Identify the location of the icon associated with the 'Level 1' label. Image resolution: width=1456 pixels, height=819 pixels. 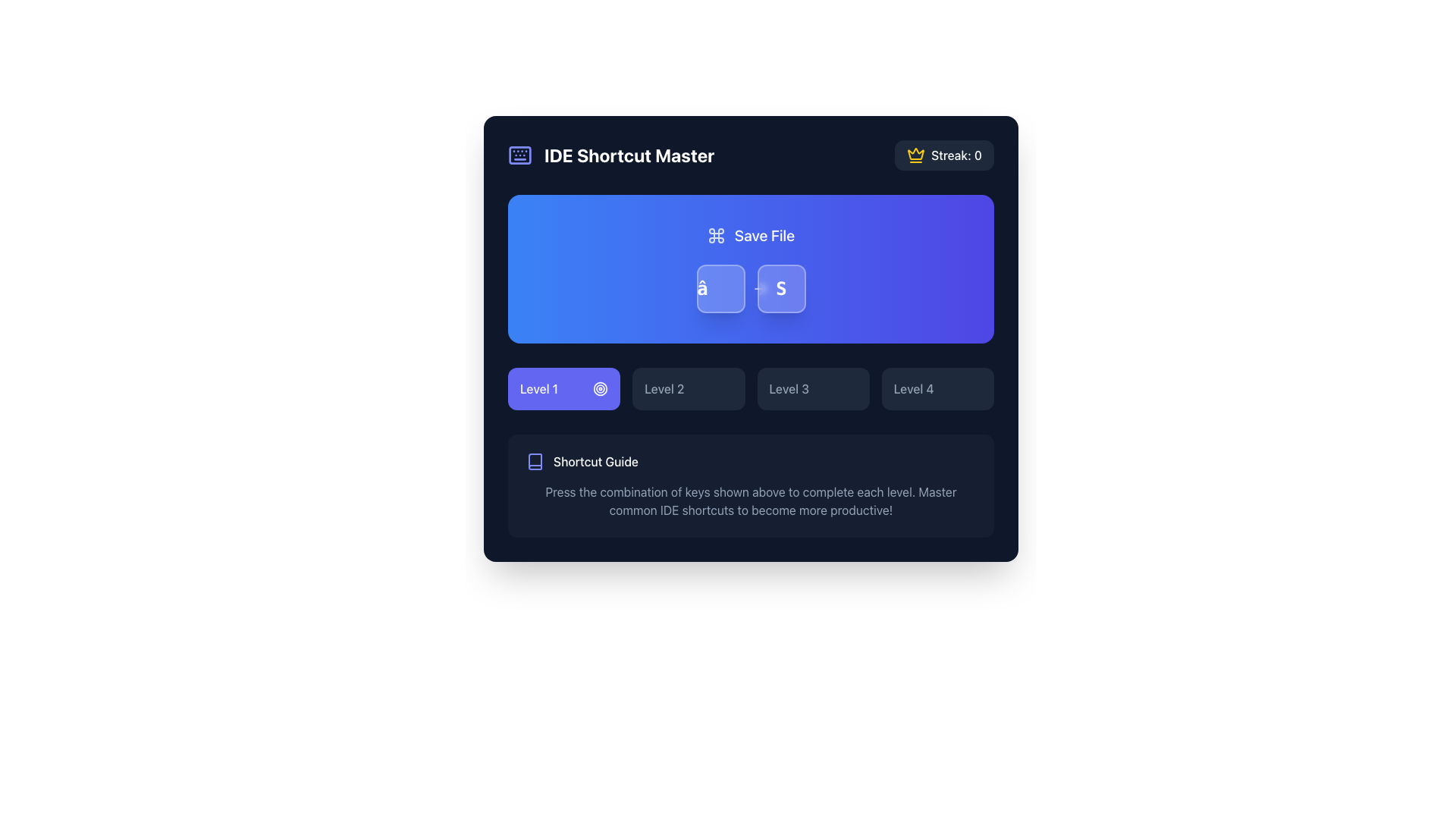
(600, 388).